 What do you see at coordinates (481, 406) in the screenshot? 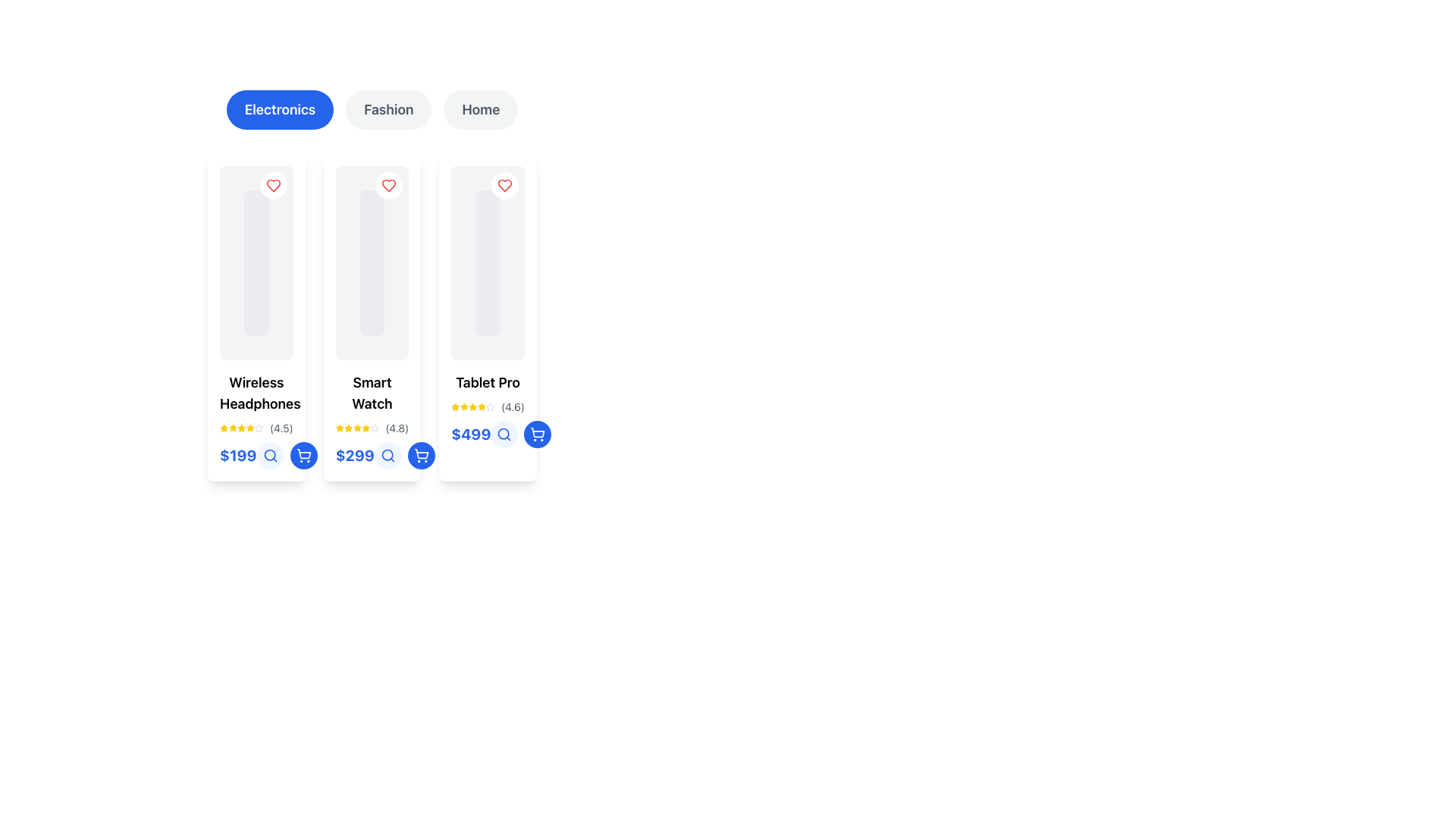
I see `the fifth star icon in the rating section of the 'Tablet Pro' product card` at bounding box center [481, 406].